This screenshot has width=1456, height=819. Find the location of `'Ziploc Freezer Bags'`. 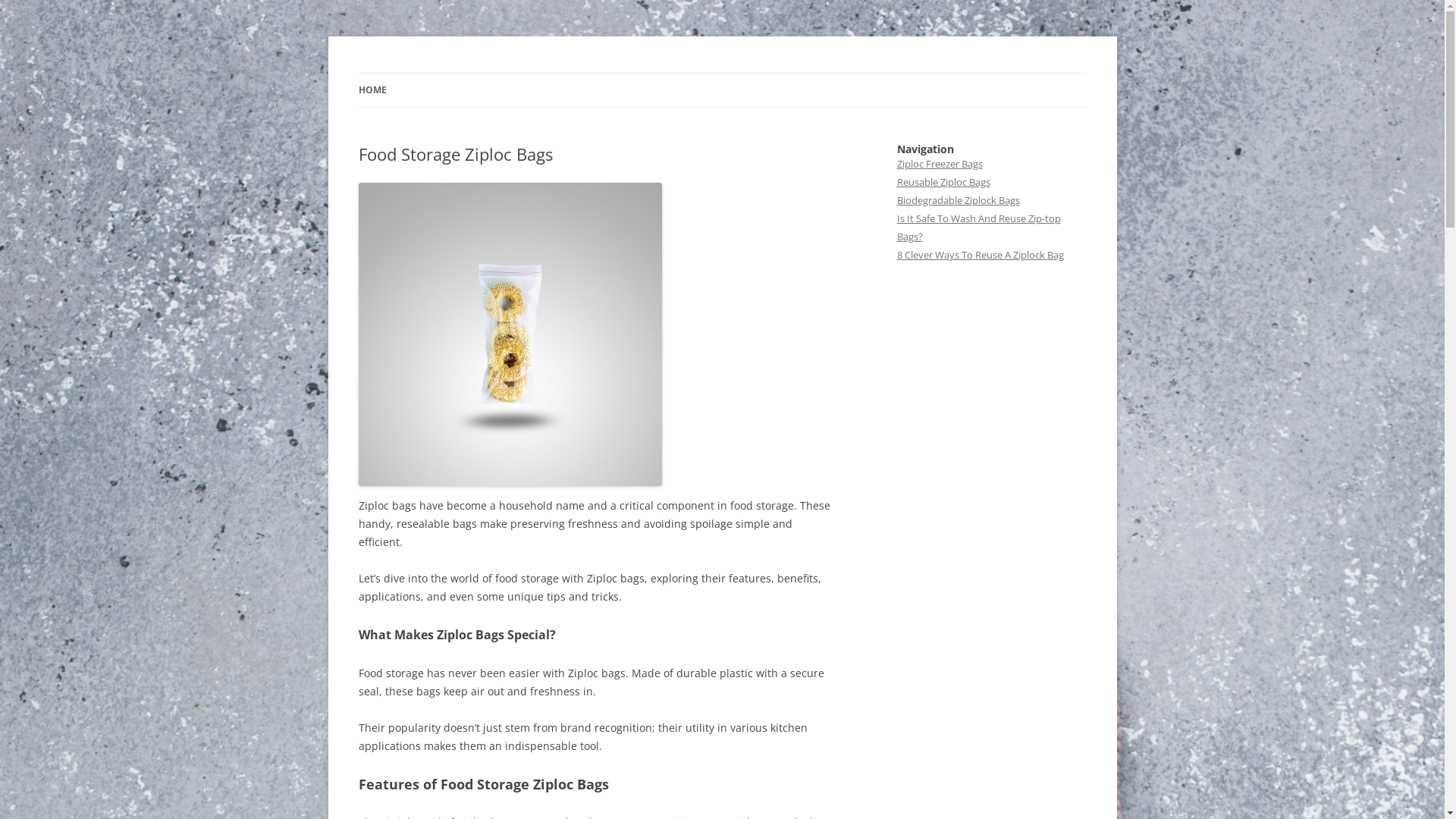

'Ziploc Freezer Bags' is located at coordinates (938, 164).